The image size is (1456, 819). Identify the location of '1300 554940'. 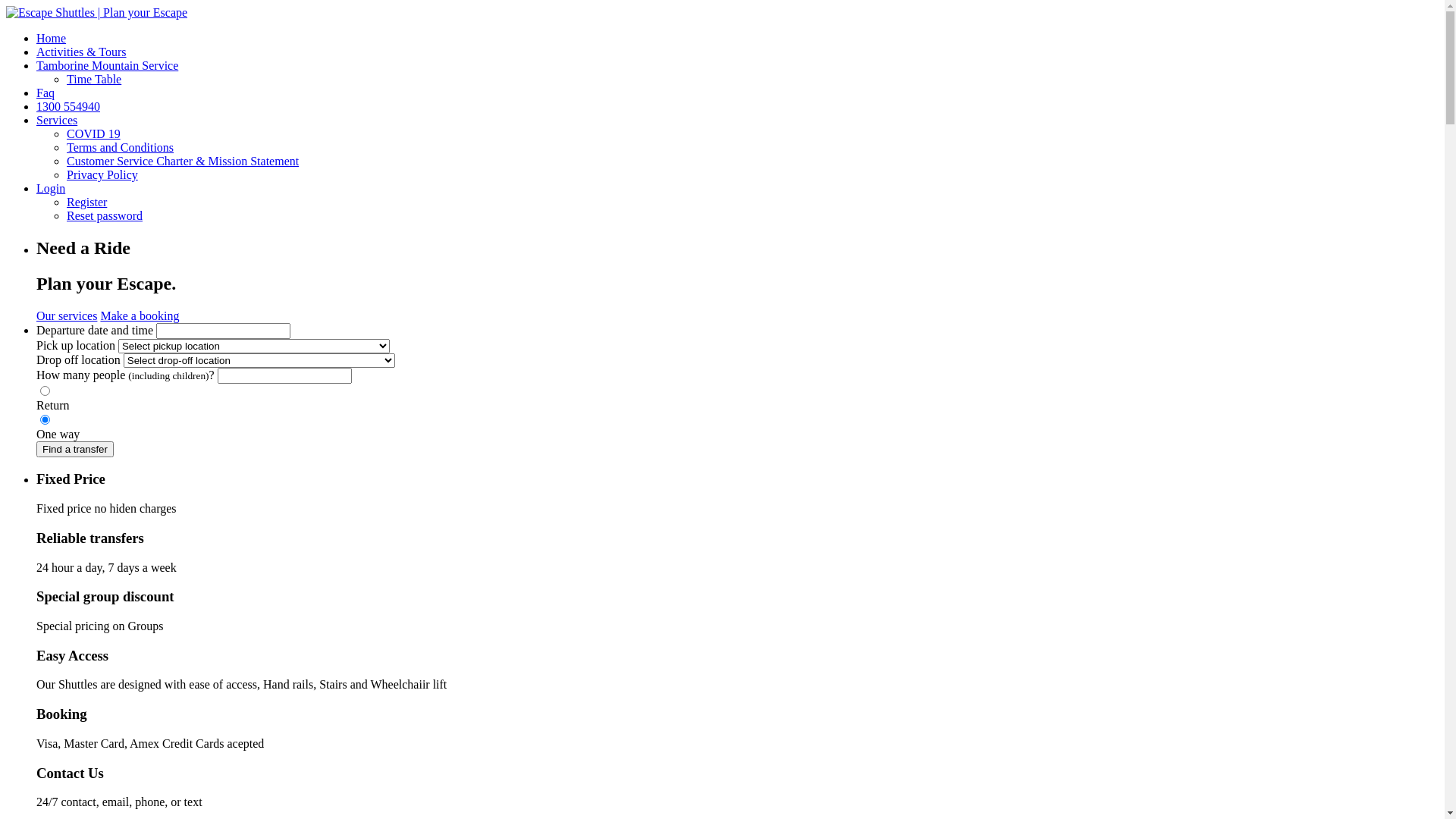
(67, 105).